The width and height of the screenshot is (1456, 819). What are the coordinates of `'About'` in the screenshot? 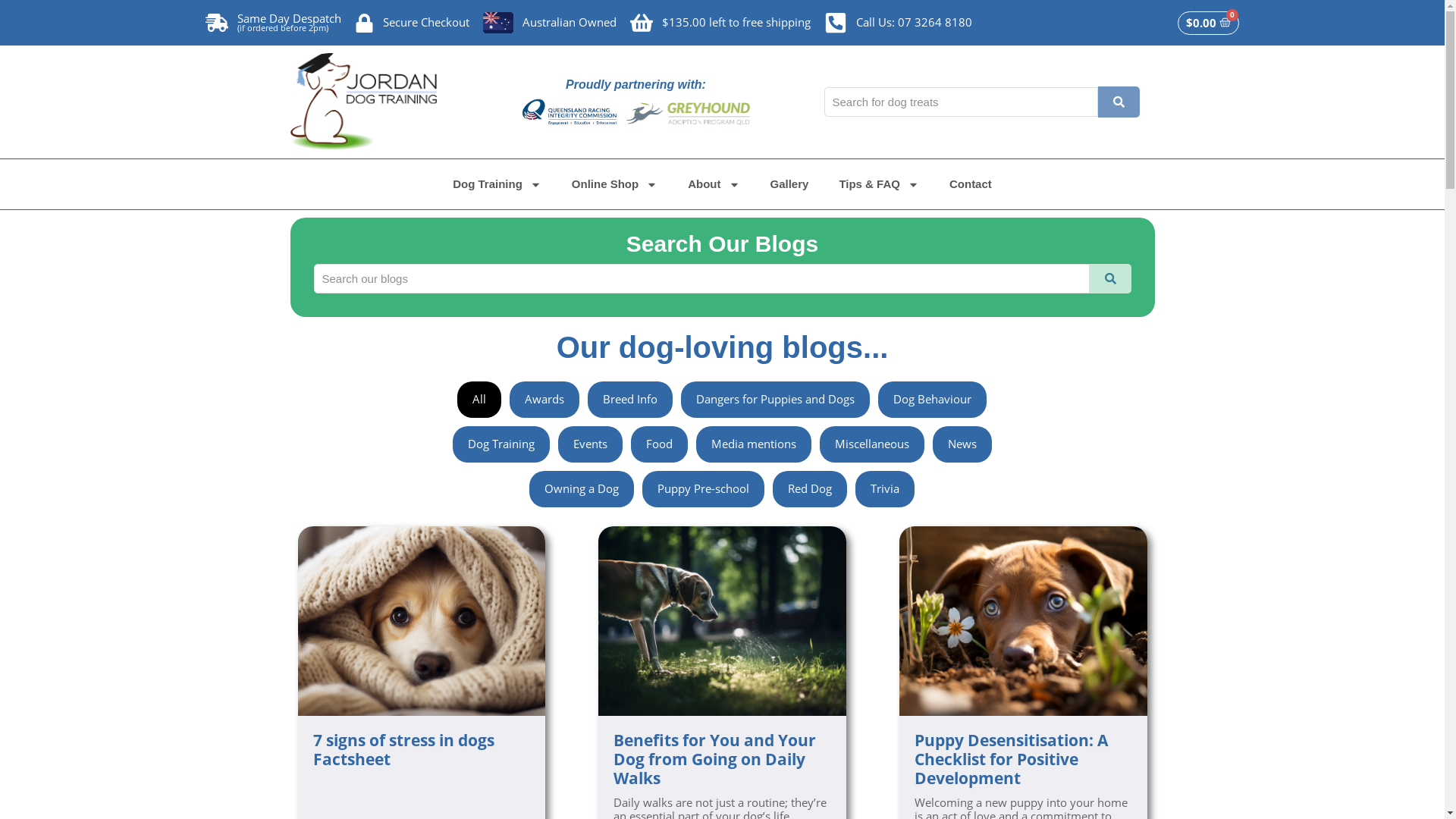 It's located at (712, 184).